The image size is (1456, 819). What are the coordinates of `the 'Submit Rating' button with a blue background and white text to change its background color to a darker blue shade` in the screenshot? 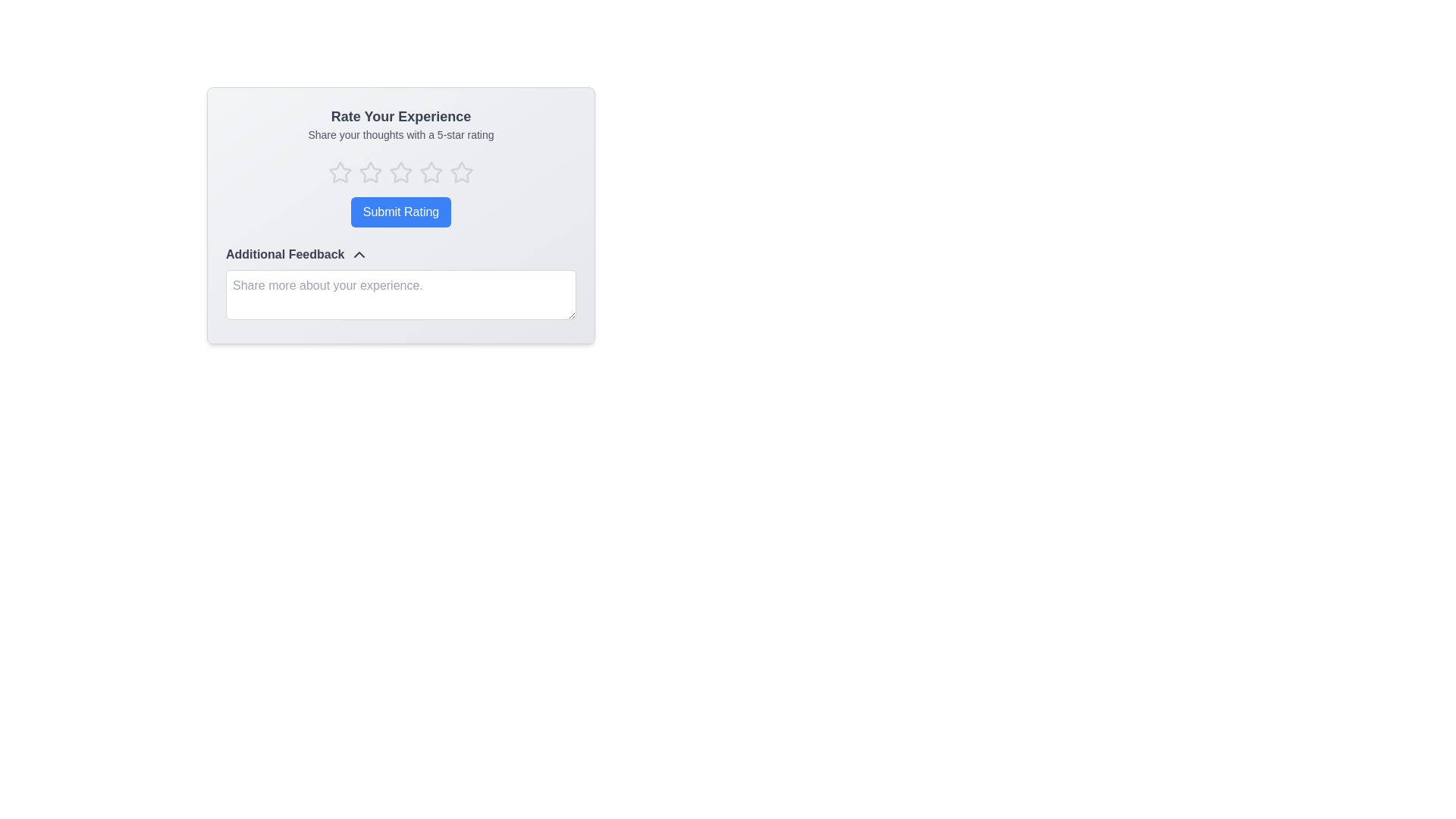 It's located at (400, 212).